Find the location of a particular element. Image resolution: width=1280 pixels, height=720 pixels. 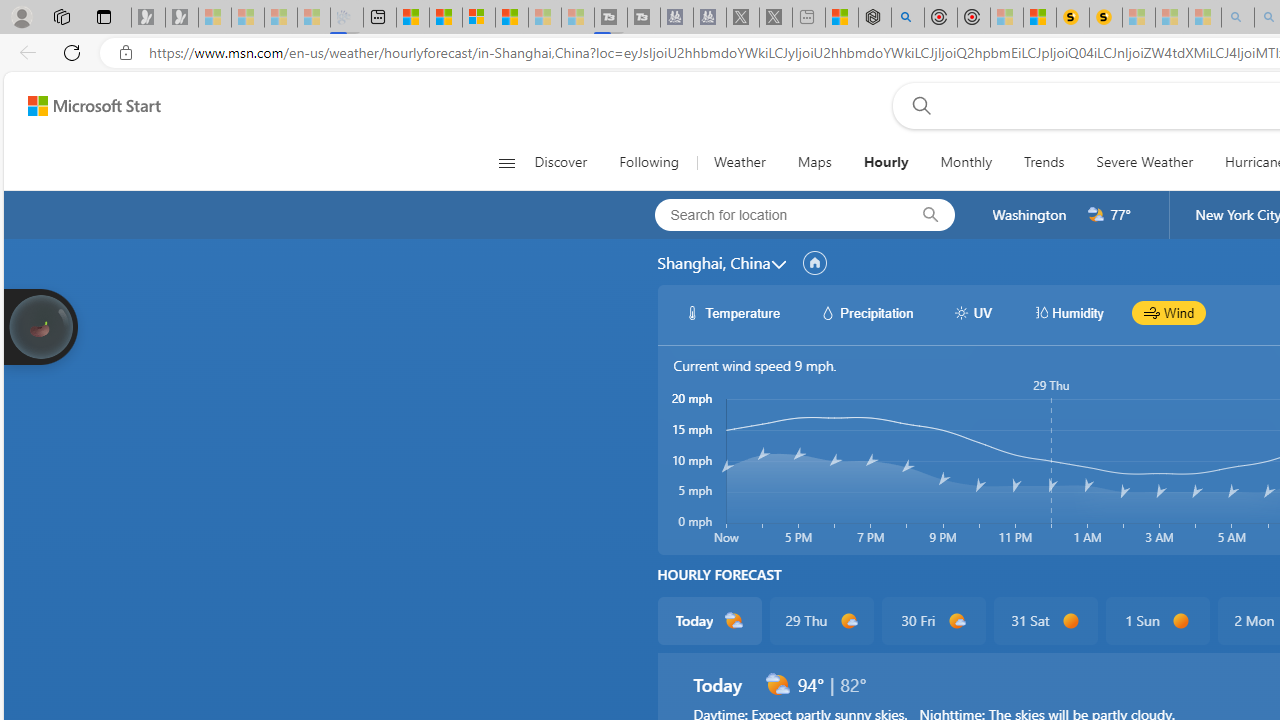

'Skip to footer' is located at coordinates (81, 105).